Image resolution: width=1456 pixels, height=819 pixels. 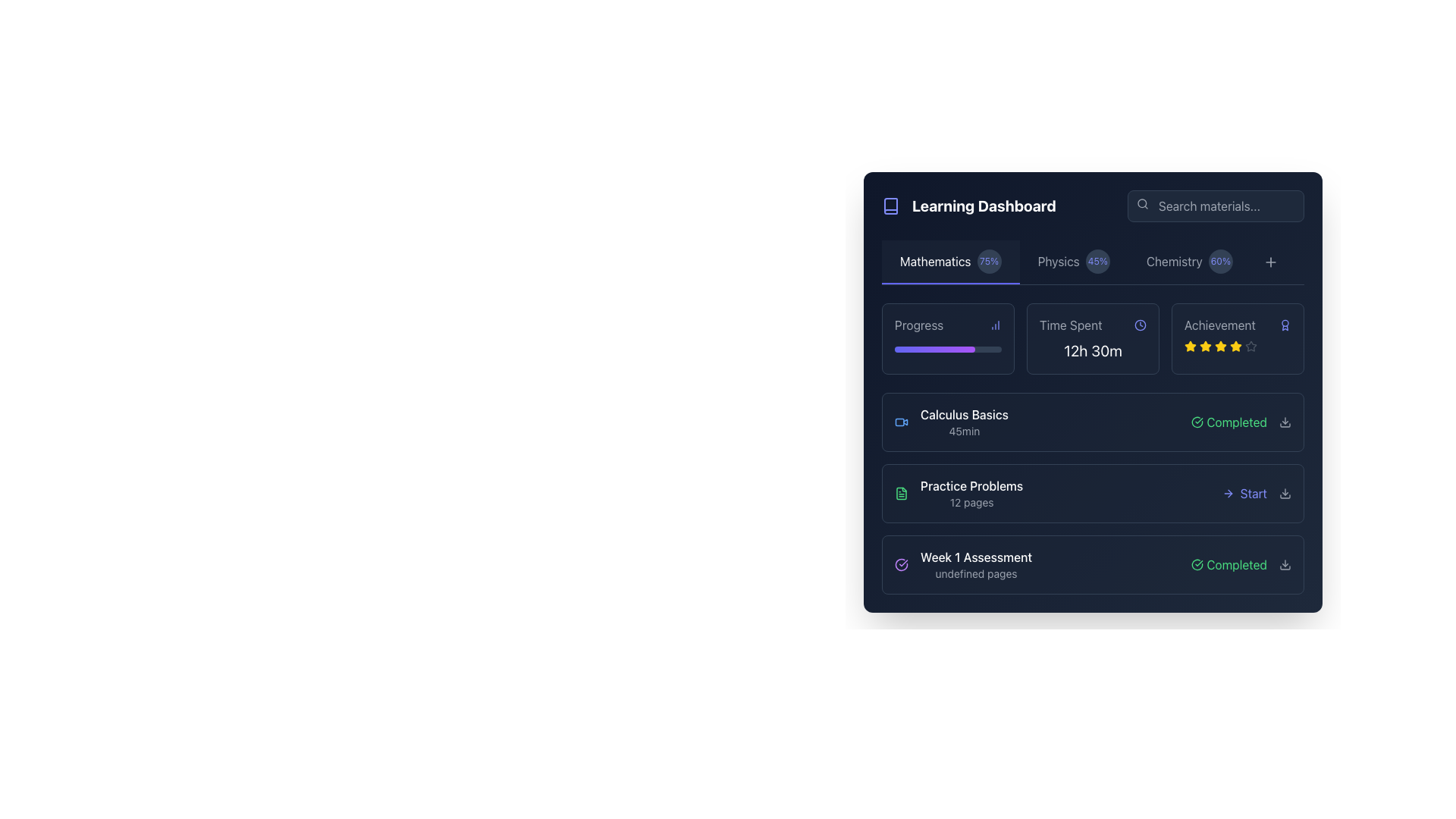 I want to click on the Text label that indicates associated data or a metric related to time spent, which is positioned to the left of a clock icon in the top section of a grouped layout, so click(x=1070, y=324).